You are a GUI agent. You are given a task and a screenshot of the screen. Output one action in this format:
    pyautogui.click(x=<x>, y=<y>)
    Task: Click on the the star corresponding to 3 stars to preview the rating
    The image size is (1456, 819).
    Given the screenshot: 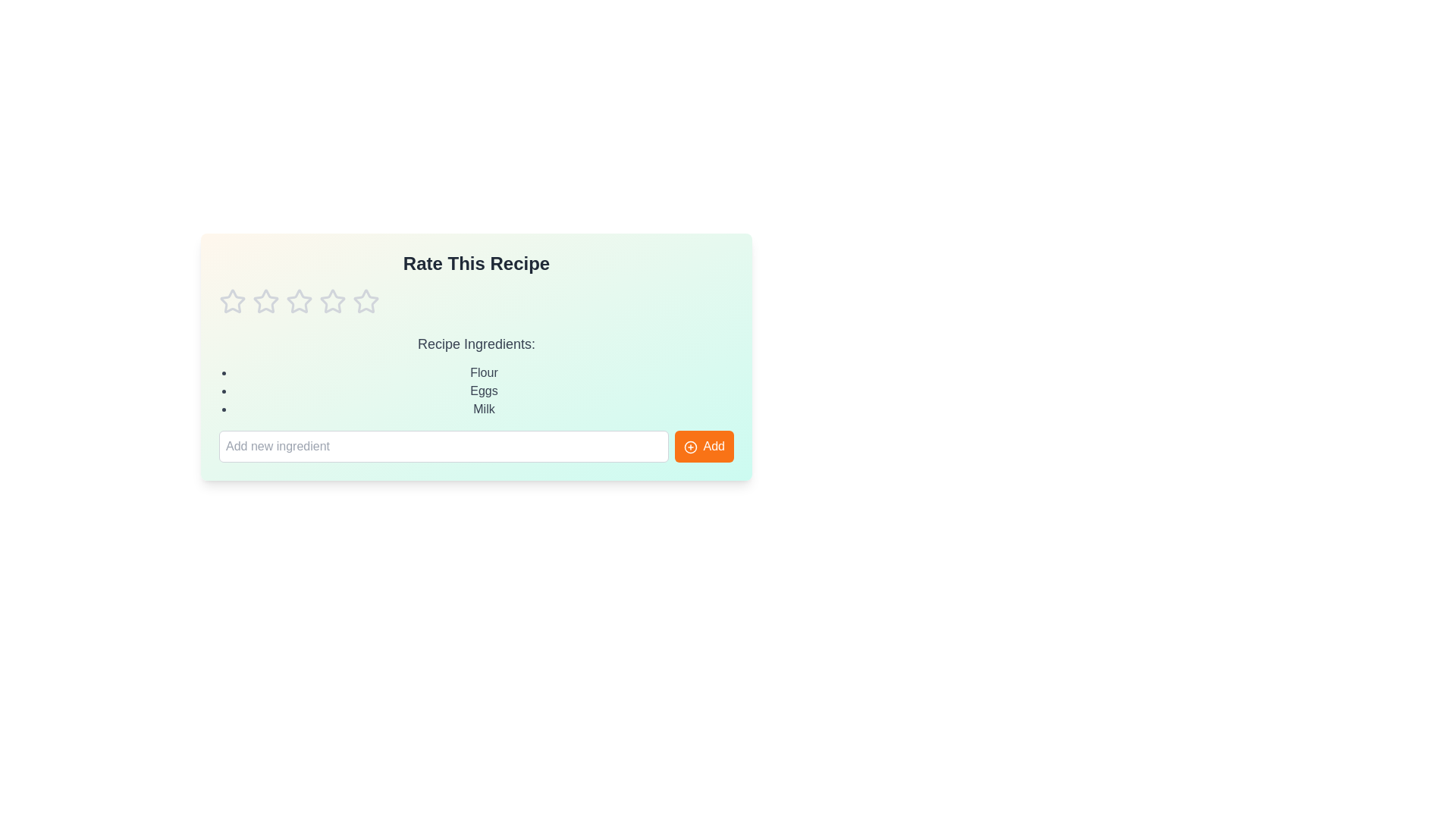 What is the action you would take?
    pyautogui.click(x=299, y=301)
    